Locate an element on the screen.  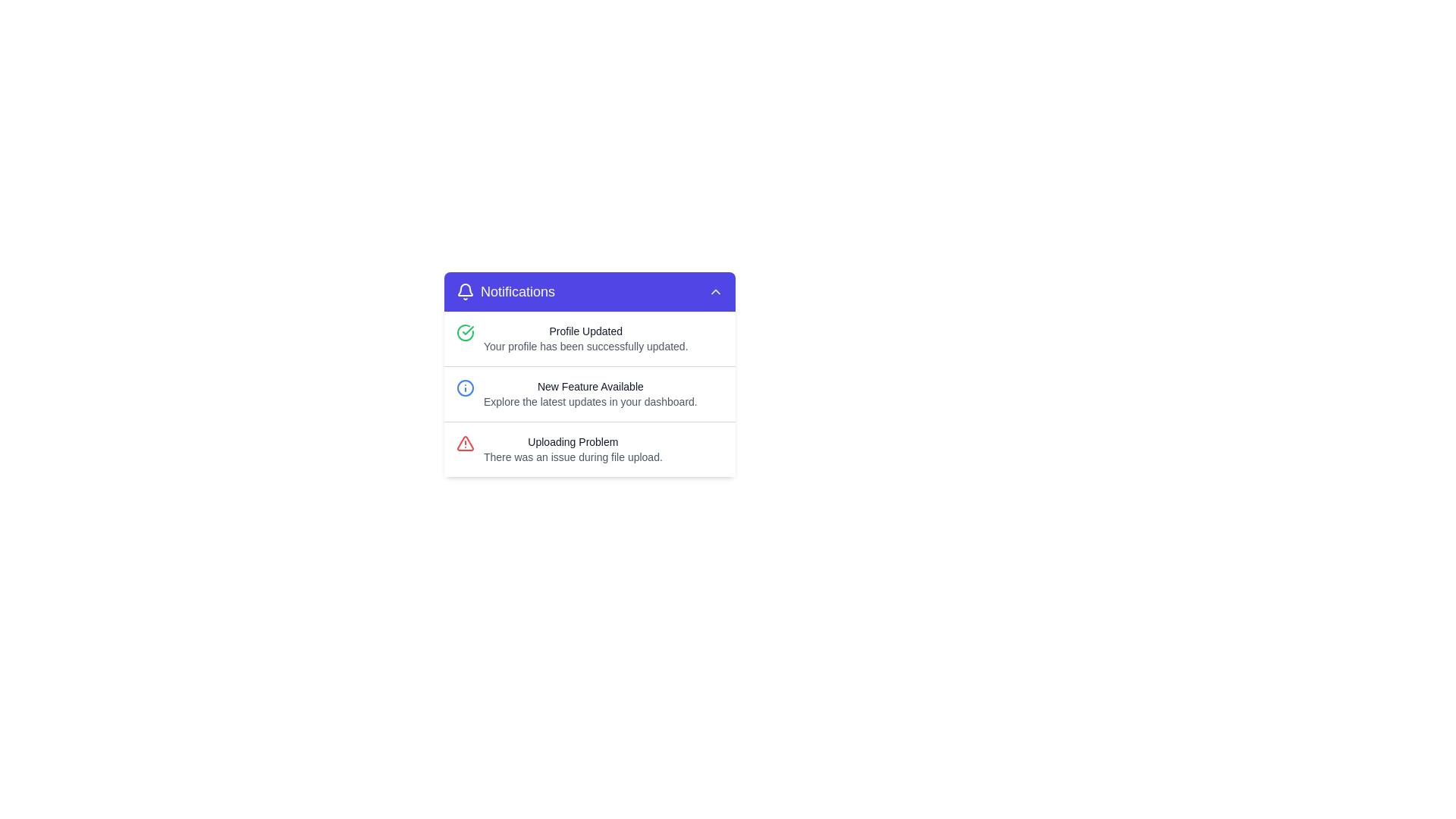
the 'Profile Updated' text within the Notifications card, which is bold and black against a light background is located at coordinates (585, 330).